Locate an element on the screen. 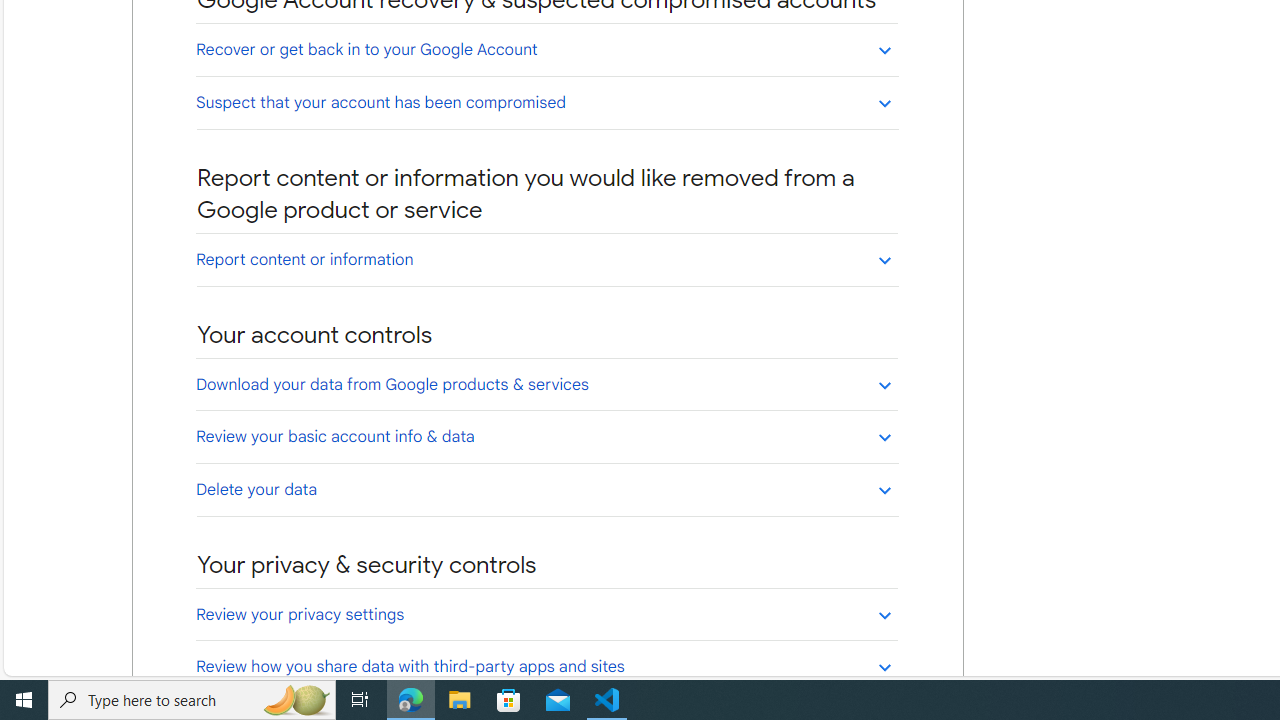 Image resolution: width=1280 pixels, height=720 pixels. 'Download your data from Google products & services' is located at coordinates (547, 384).